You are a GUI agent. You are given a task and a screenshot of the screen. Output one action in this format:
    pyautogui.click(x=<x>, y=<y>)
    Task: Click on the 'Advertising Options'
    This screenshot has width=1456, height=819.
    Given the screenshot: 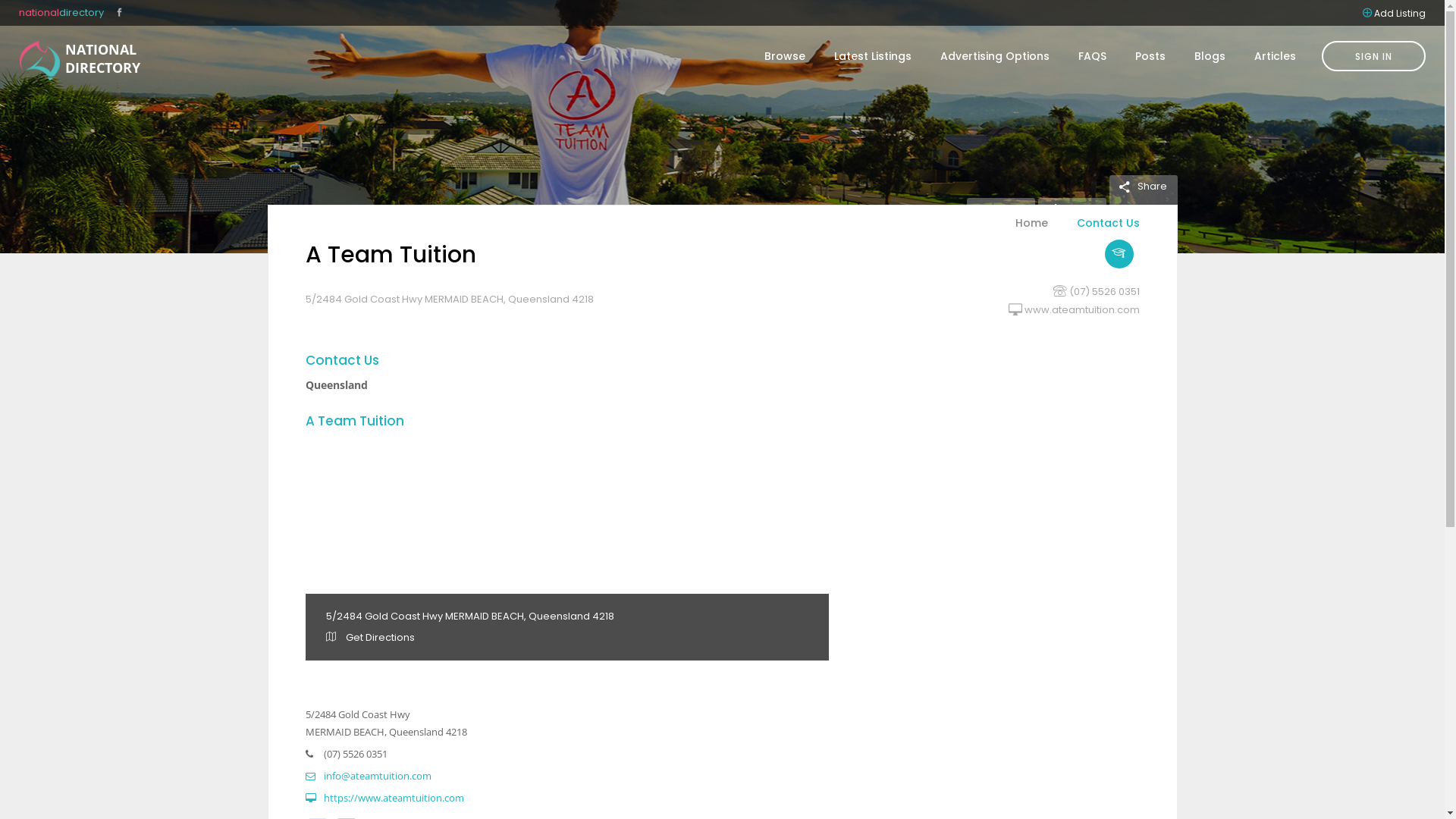 What is the action you would take?
    pyautogui.click(x=994, y=55)
    